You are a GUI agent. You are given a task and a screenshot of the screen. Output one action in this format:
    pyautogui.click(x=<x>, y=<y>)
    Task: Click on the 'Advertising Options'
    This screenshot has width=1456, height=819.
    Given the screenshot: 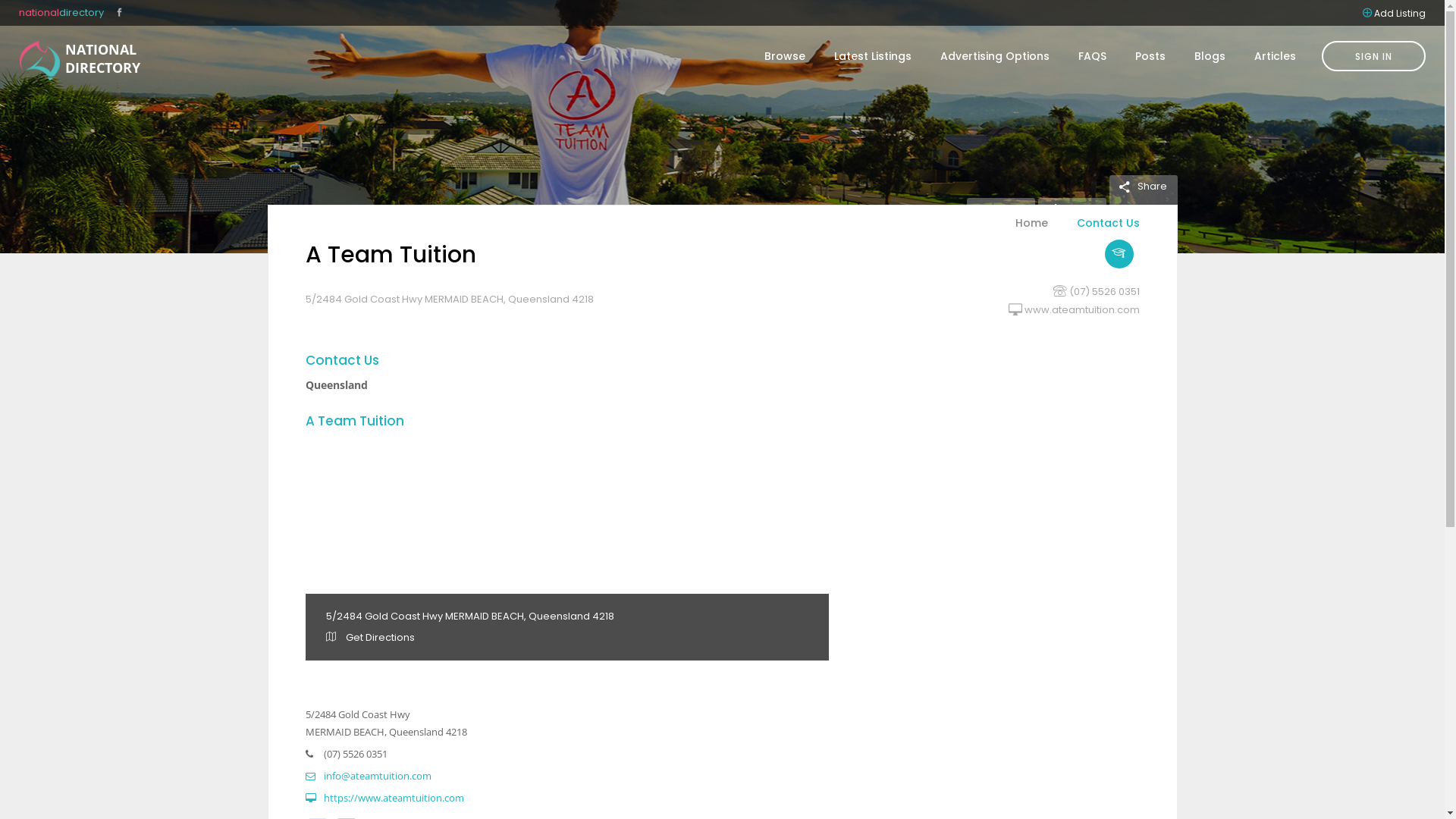 What is the action you would take?
    pyautogui.click(x=994, y=55)
    